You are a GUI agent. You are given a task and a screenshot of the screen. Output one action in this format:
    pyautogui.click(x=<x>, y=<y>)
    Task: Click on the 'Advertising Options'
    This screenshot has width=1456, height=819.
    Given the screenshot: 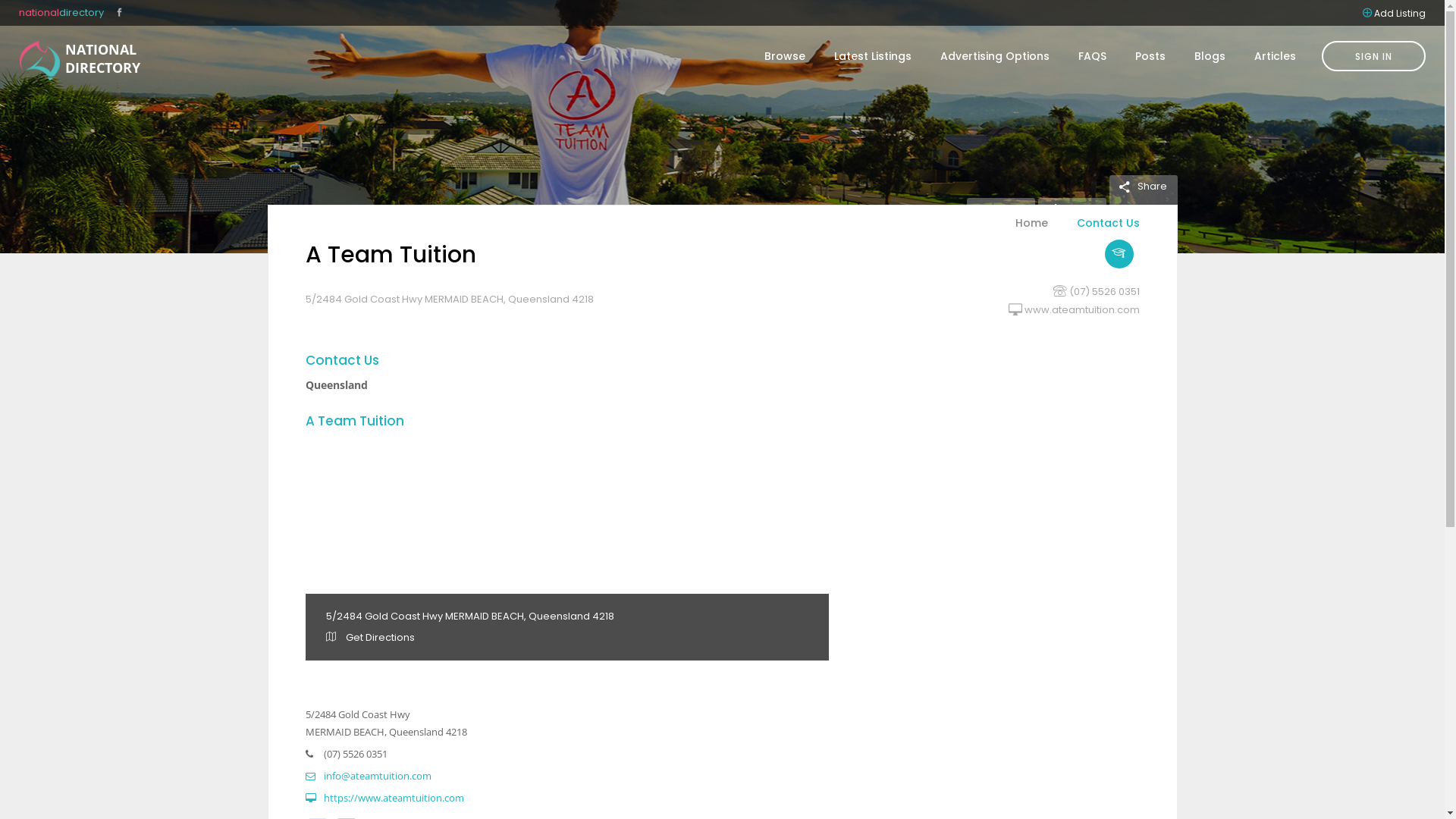 What is the action you would take?
    pyautogui.click(x=994, y=55)
    